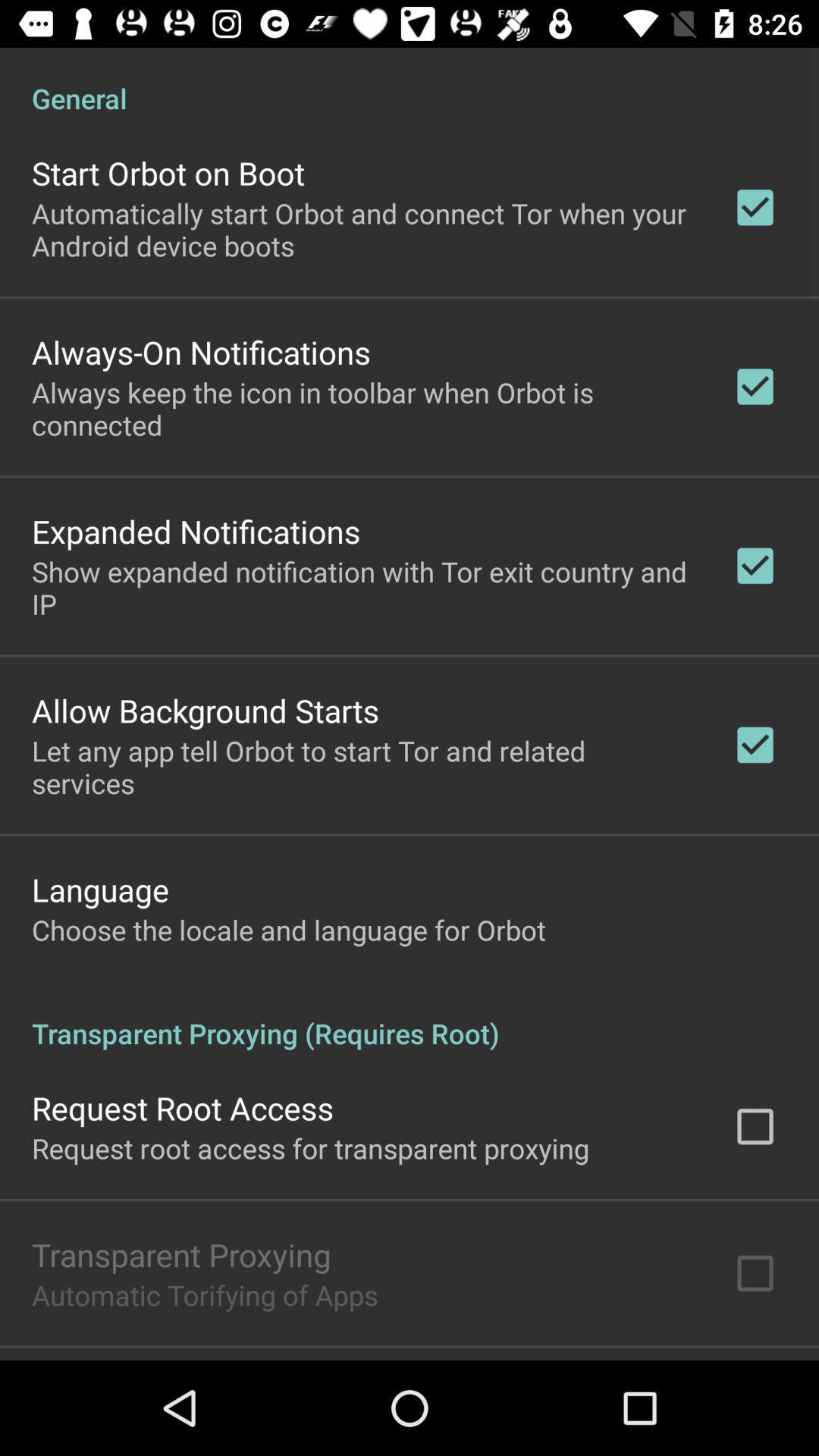  I want to click on the always keep the, so click(362, 408).